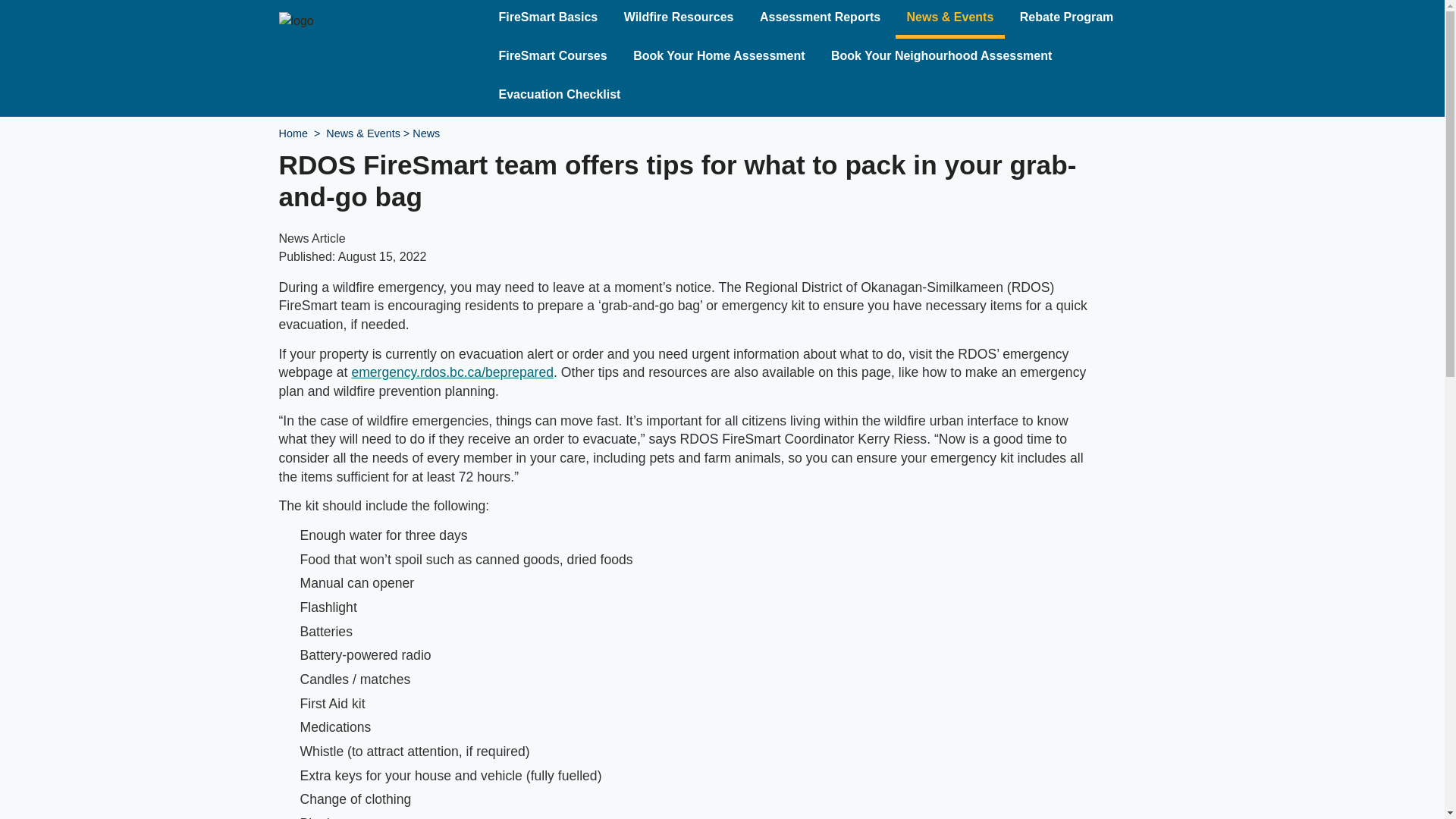 Image resolution: width=1456 pixels, height=819 pixels. What do you see at coordinates (547, 19) in the screenshot?
I see `'FireSmart Basics'` at bounding box center [547, 19].